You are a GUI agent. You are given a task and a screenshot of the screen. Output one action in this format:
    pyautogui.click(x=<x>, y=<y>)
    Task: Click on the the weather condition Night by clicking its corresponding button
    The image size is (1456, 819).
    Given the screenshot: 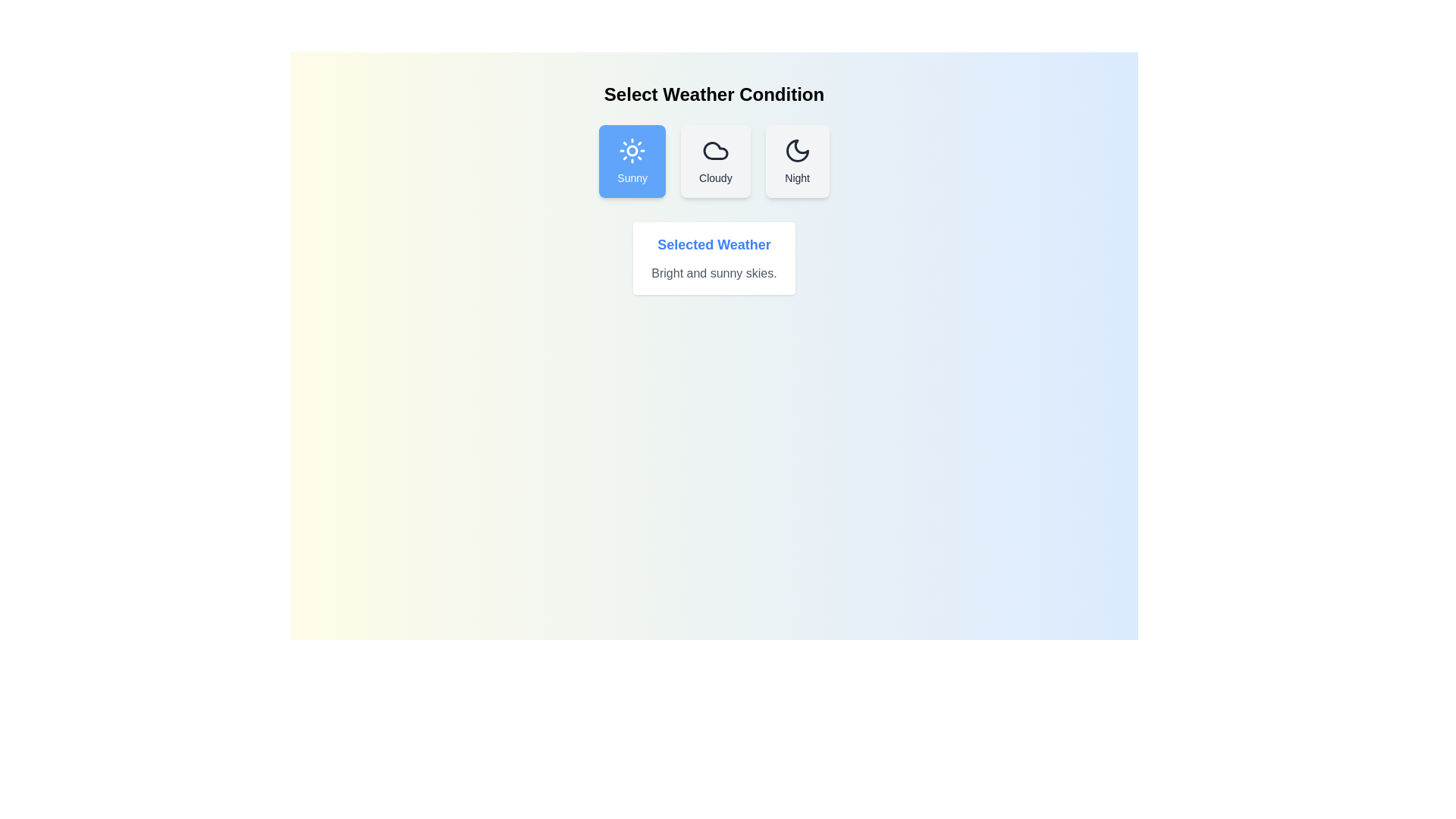 What is the action you would take?
    pyautogui.click(x=796, y=161)
    